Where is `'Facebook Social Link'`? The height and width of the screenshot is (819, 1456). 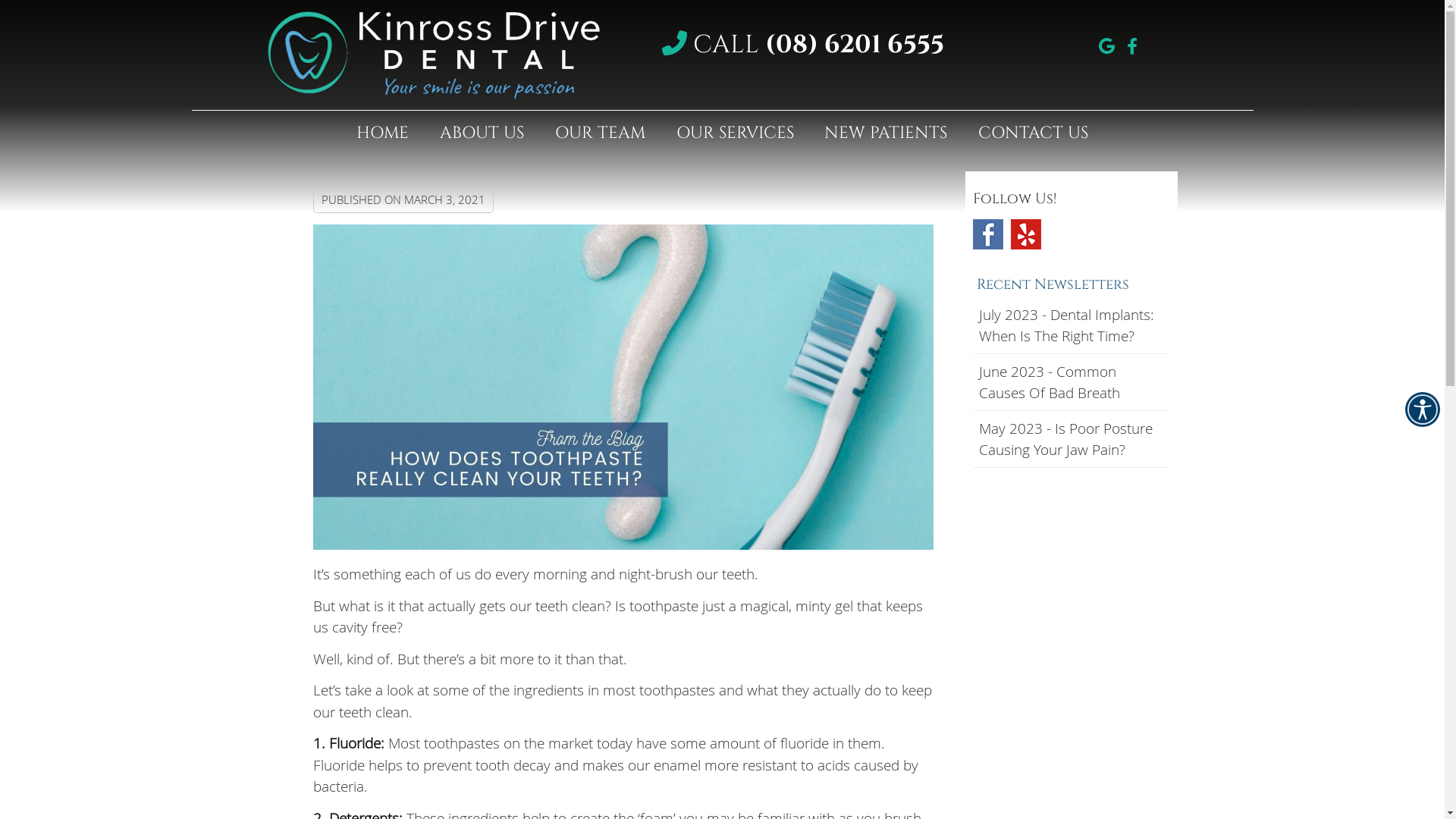
'Facebook Social Link' is located at coordinates (971, 234).